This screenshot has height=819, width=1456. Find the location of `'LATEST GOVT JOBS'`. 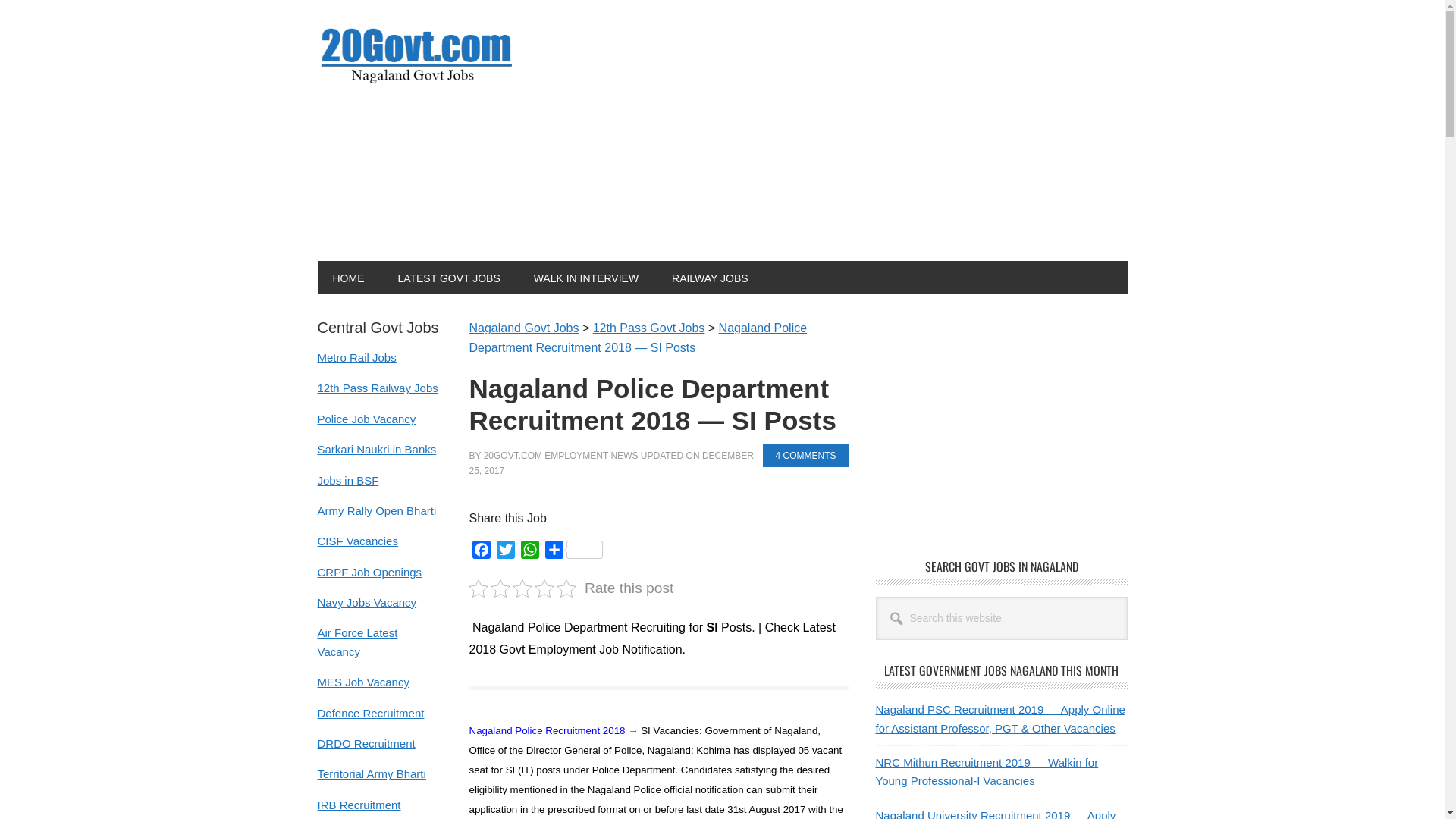

'LATEST GOVT JOBS' is located at coordinates (447, 278).